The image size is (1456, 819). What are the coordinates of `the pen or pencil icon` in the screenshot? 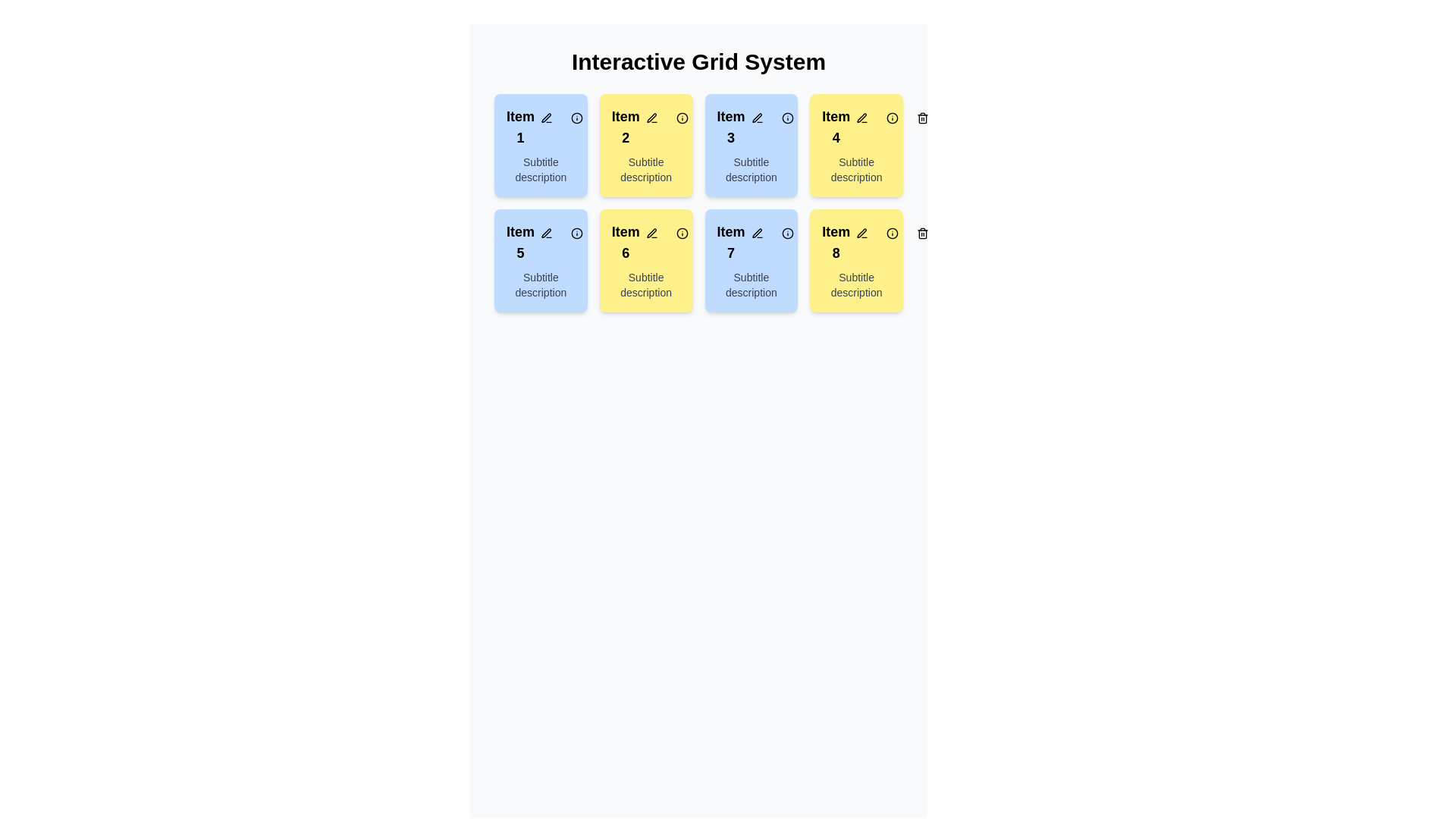 It's located at (546, 233).